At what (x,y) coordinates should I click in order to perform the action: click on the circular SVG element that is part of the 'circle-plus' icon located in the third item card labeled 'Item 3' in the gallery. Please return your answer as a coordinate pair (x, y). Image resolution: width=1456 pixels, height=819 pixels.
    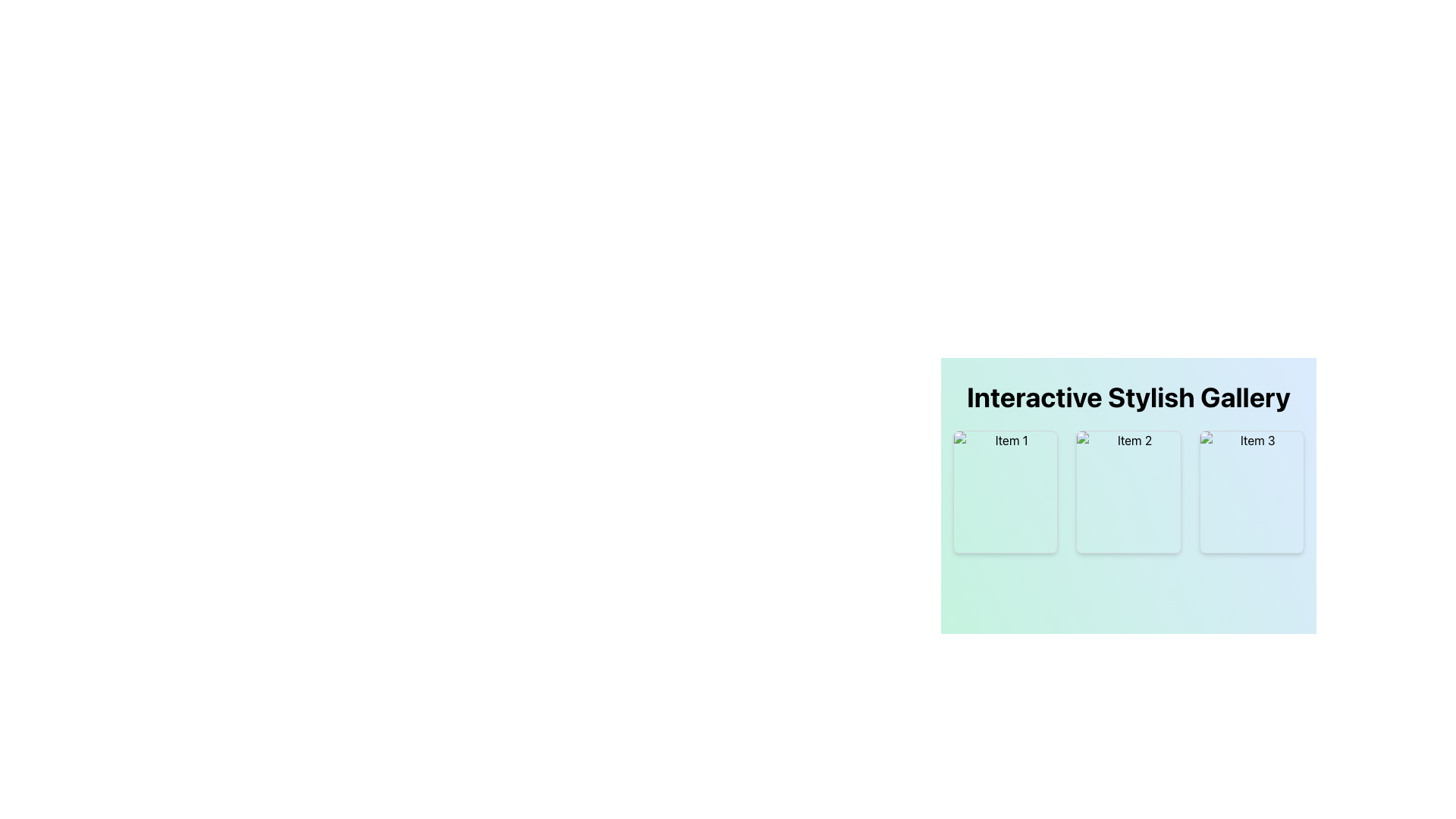
    Looking at the image, I should click on (1251, 491).